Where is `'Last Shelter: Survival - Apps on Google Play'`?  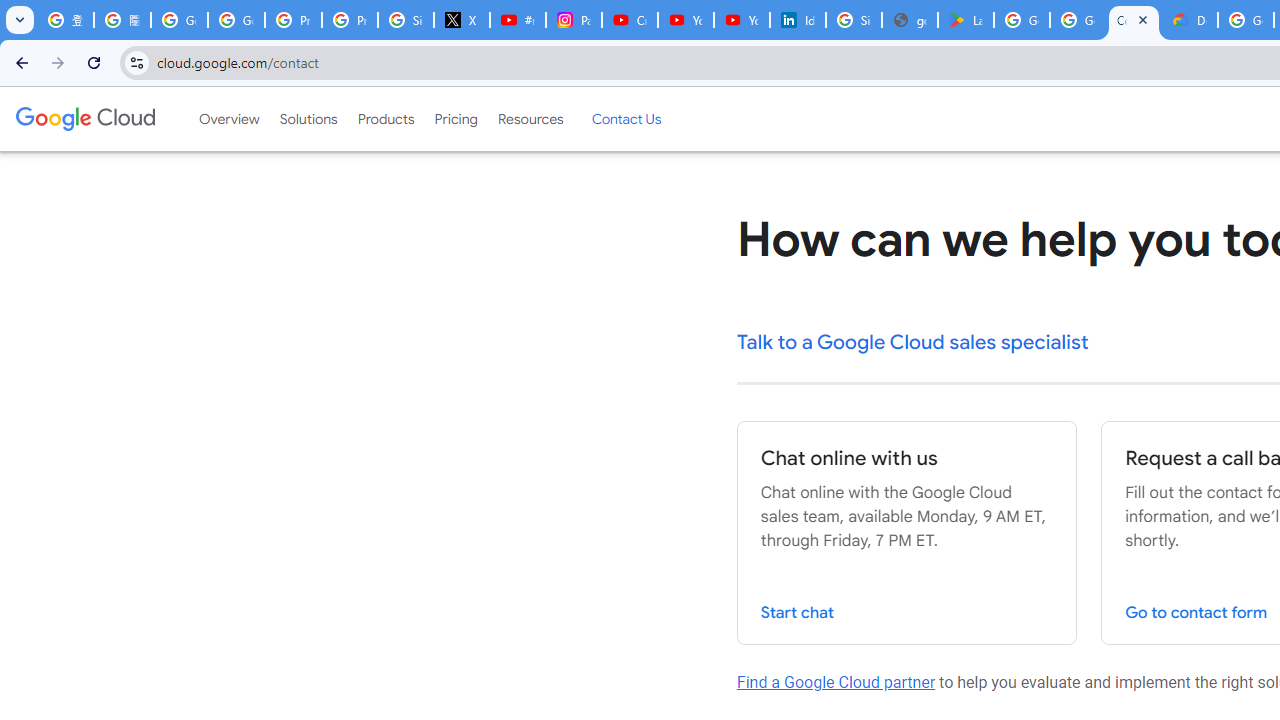 'Last Shelter: Survival - Apps on Google Play' is located at coordinates (966, 20).